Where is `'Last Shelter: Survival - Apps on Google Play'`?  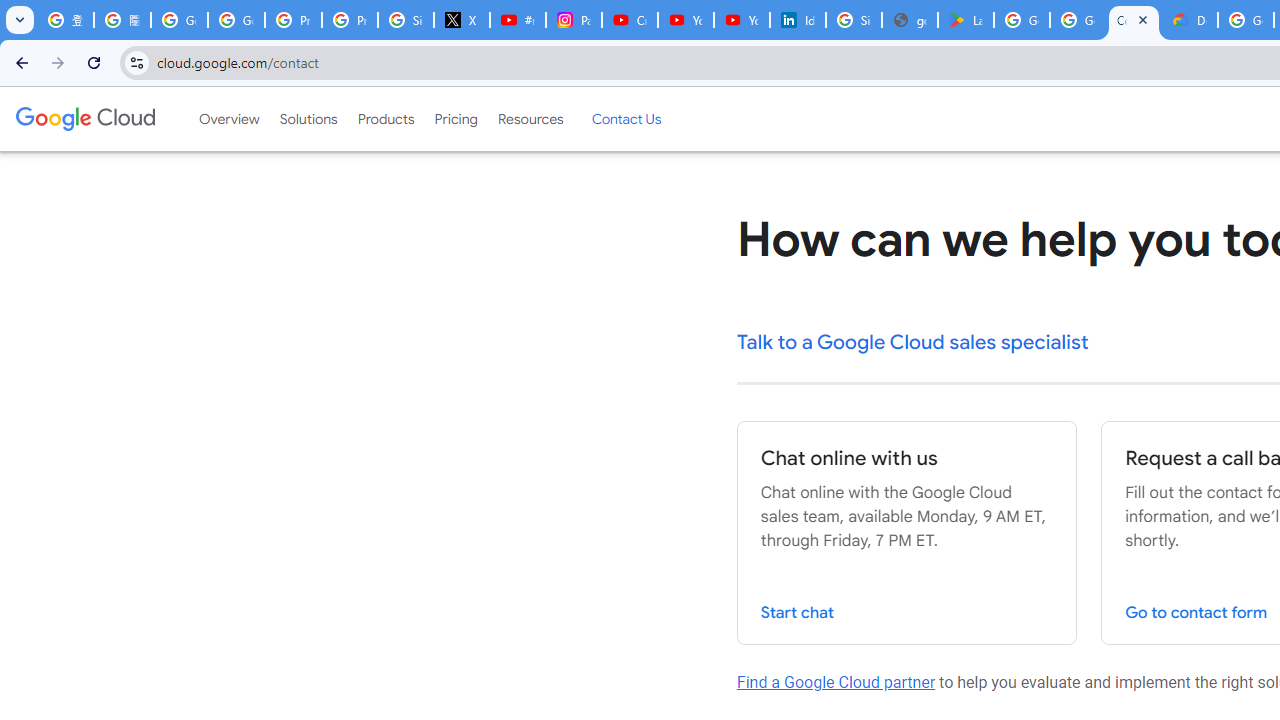 'Last Shelter: Survival - Apps on Google Play' is located at coordinates (966, 20).